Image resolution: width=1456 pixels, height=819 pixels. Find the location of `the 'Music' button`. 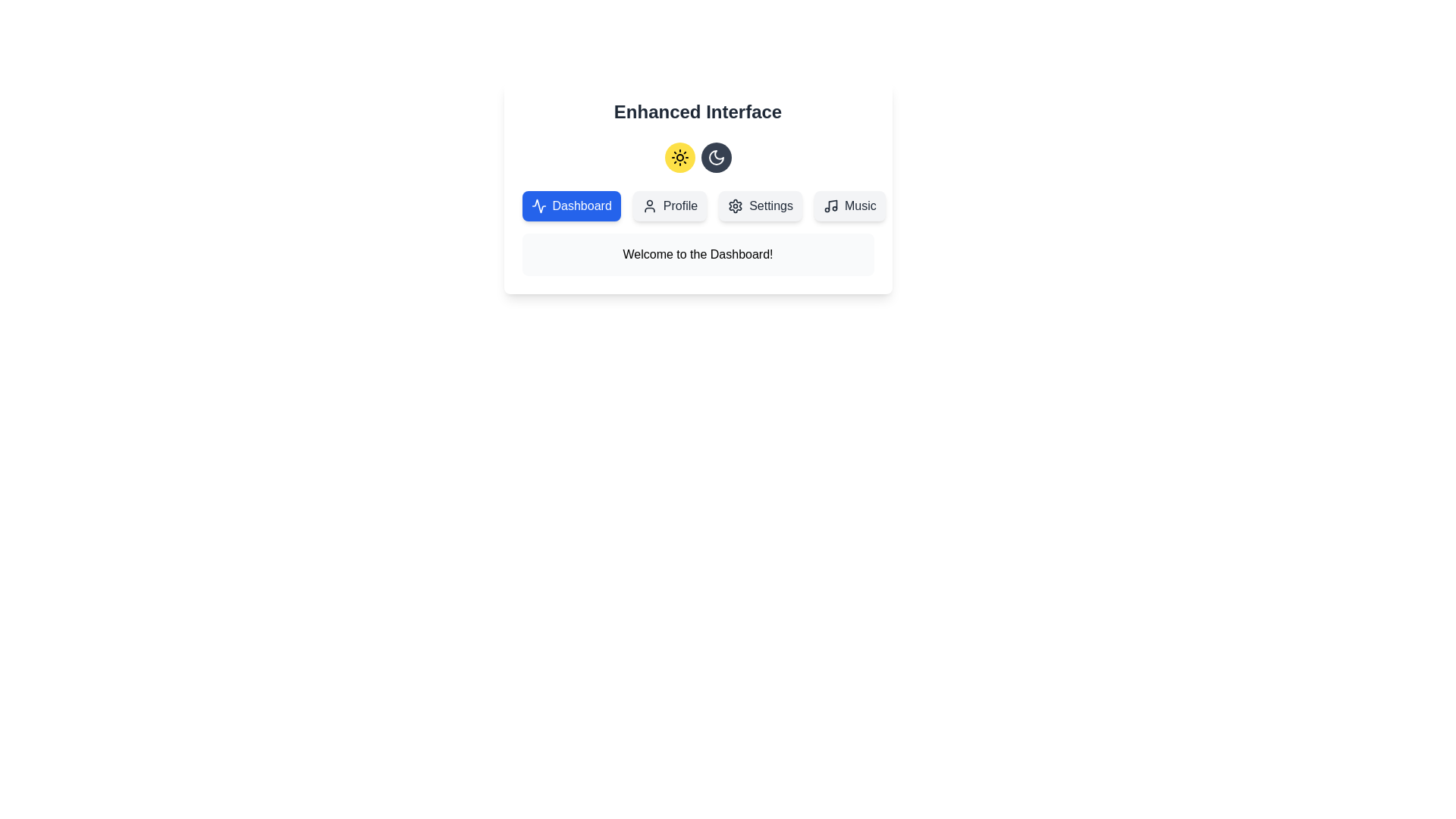

the 'Music' button is located at coordinates (849, 206).